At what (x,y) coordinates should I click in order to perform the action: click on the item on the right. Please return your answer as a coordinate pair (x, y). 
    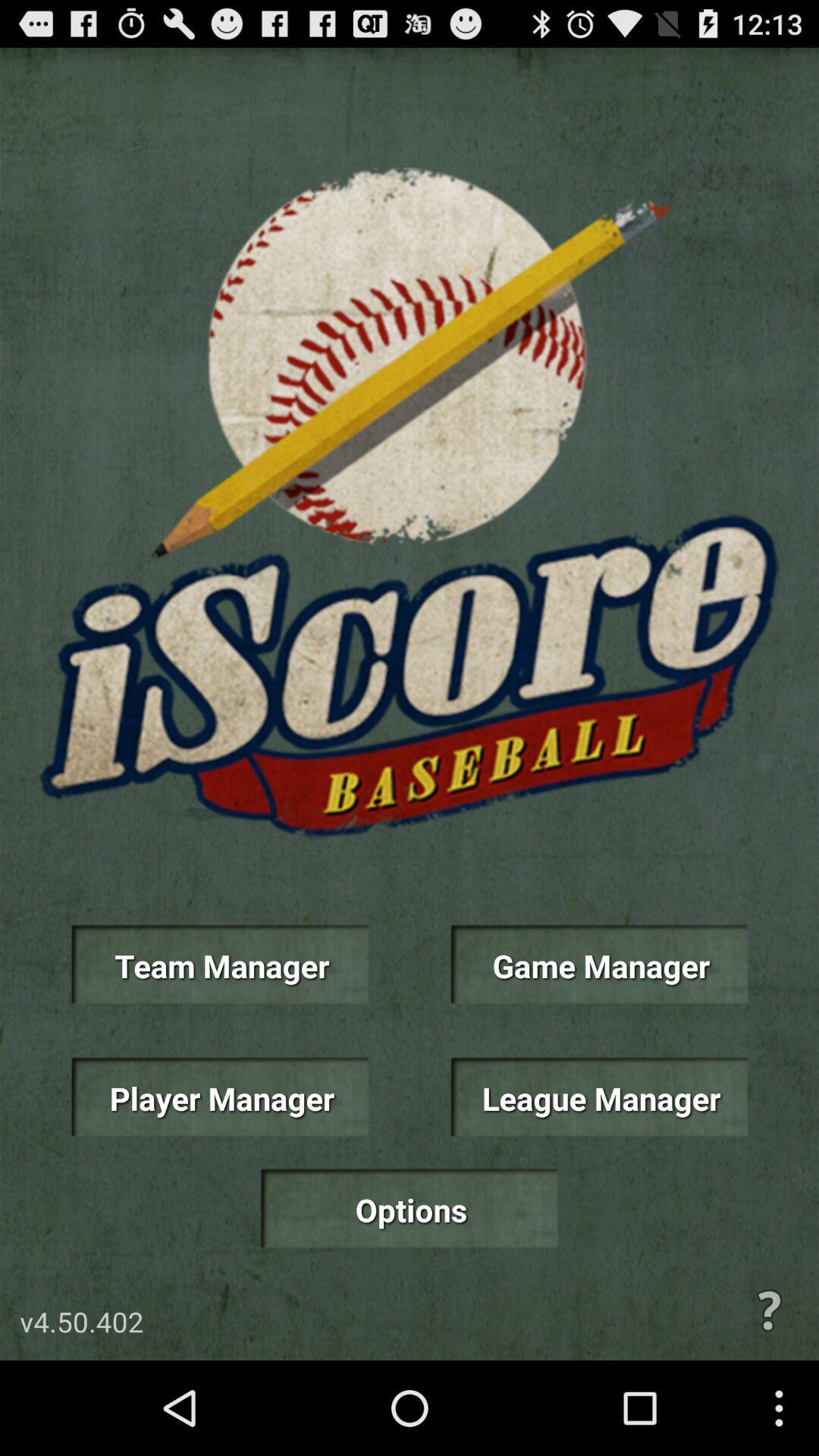
    Looking at the image, I should click on (598, 964).